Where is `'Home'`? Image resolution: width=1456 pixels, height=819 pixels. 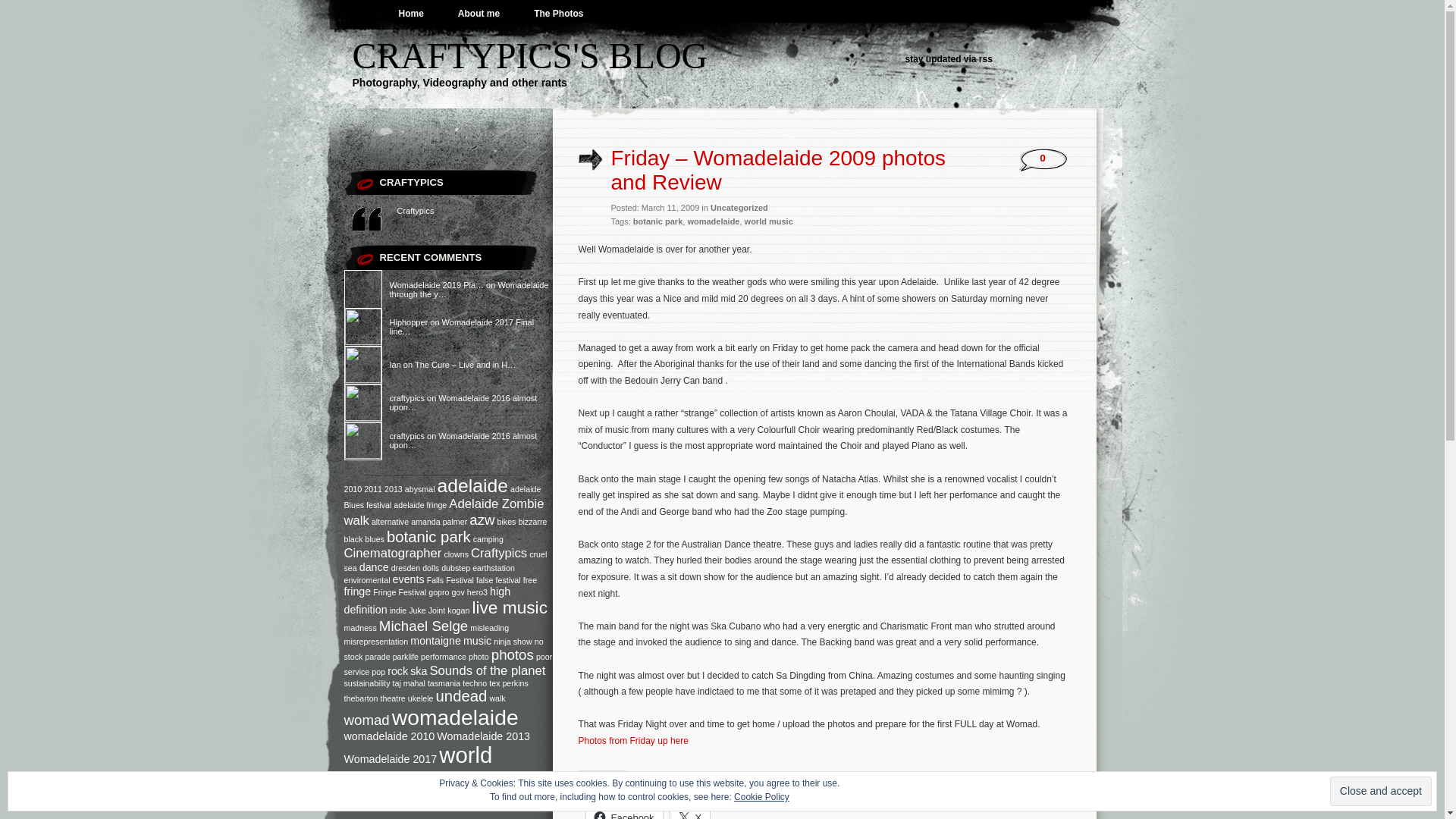 'Home' is located at coordinates (411, 14).